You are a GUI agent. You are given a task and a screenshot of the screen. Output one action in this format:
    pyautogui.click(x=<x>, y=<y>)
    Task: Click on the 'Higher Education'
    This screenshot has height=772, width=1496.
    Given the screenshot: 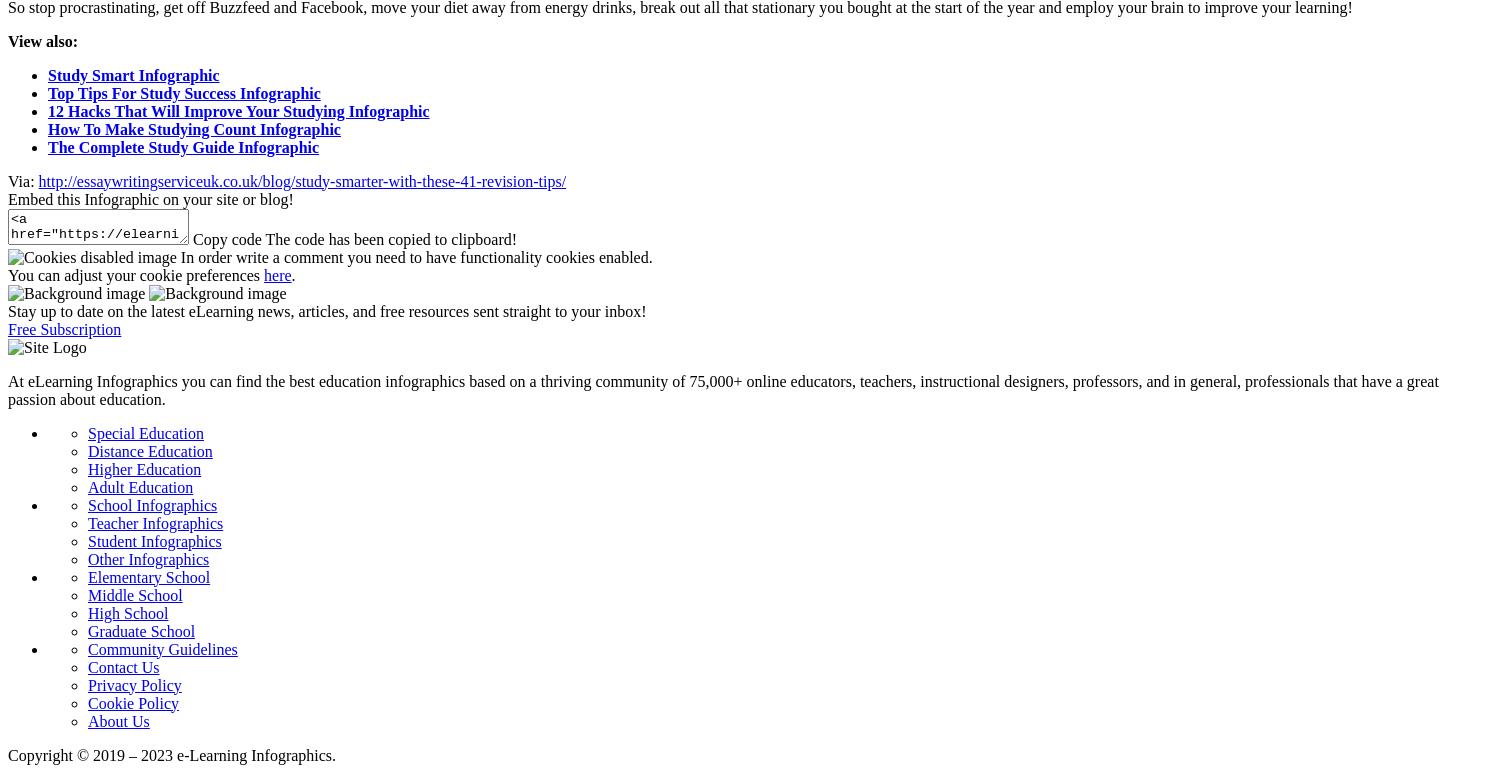 What is the action you would take?
    pyautogui.click(x=87, y=468)
    